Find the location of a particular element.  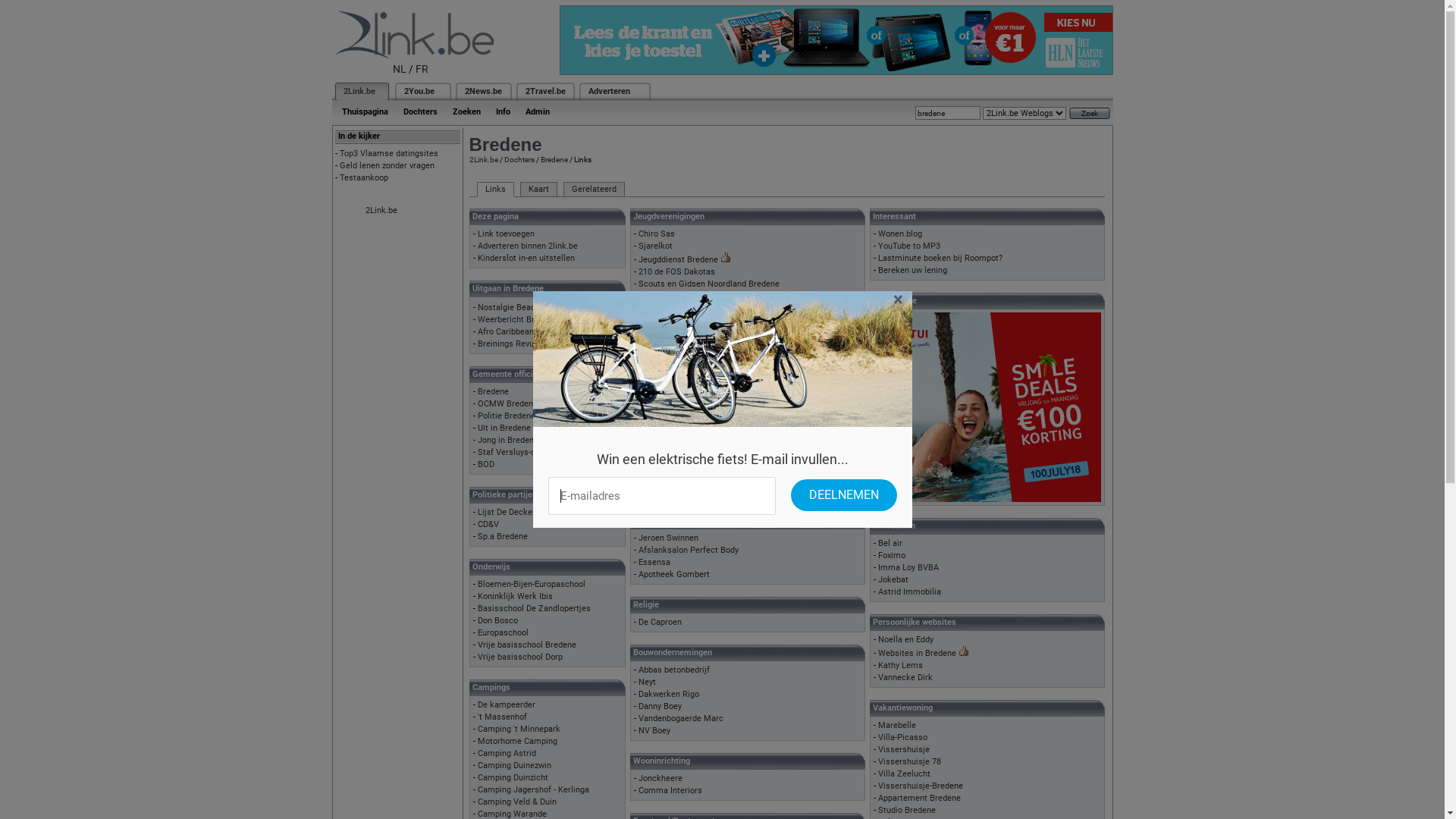

'Uit in Bredene' is located at coordinates (504, 428).